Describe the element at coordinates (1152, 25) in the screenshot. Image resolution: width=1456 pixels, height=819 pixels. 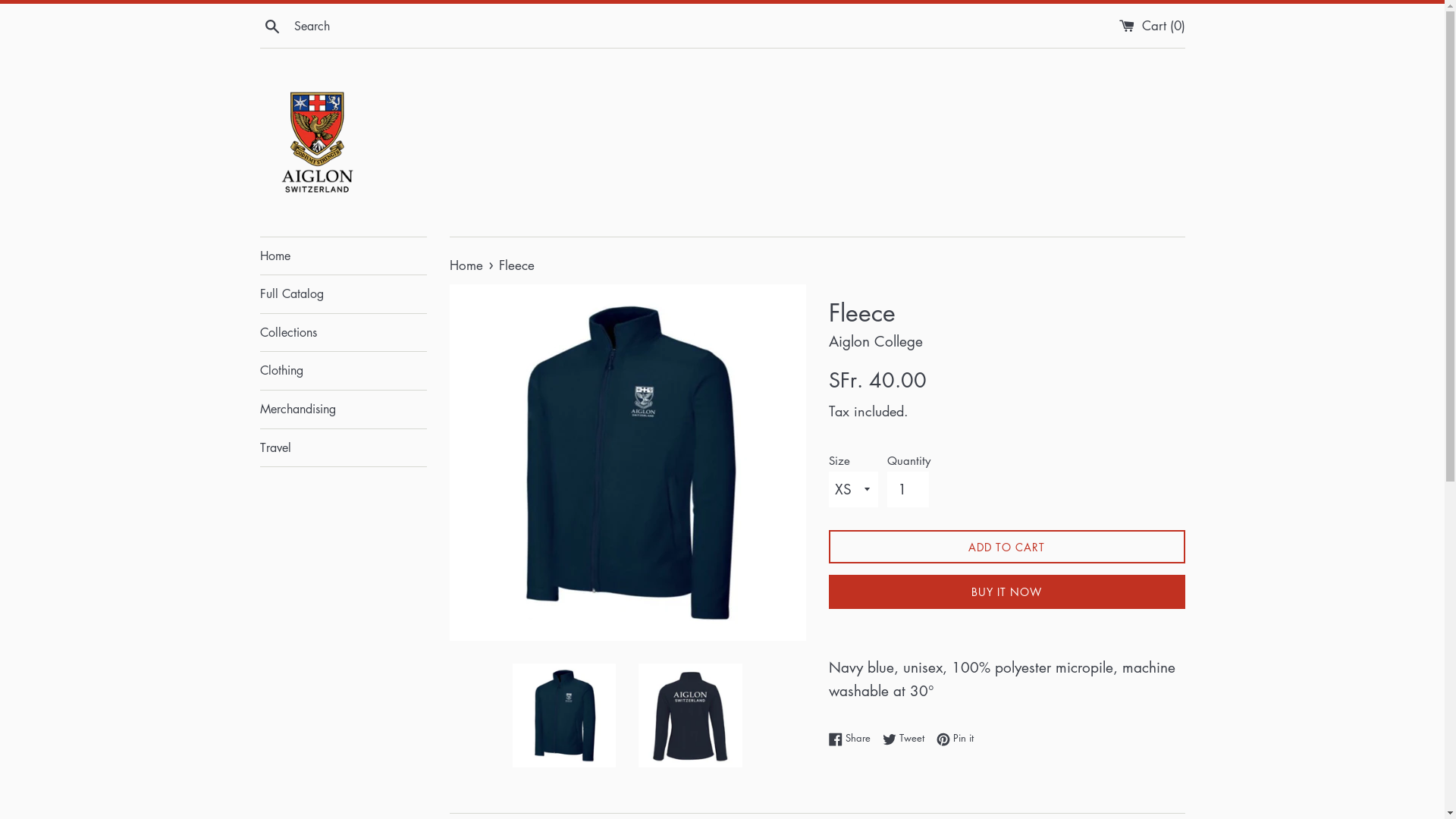
I see `'Cart (0)'` at that location.